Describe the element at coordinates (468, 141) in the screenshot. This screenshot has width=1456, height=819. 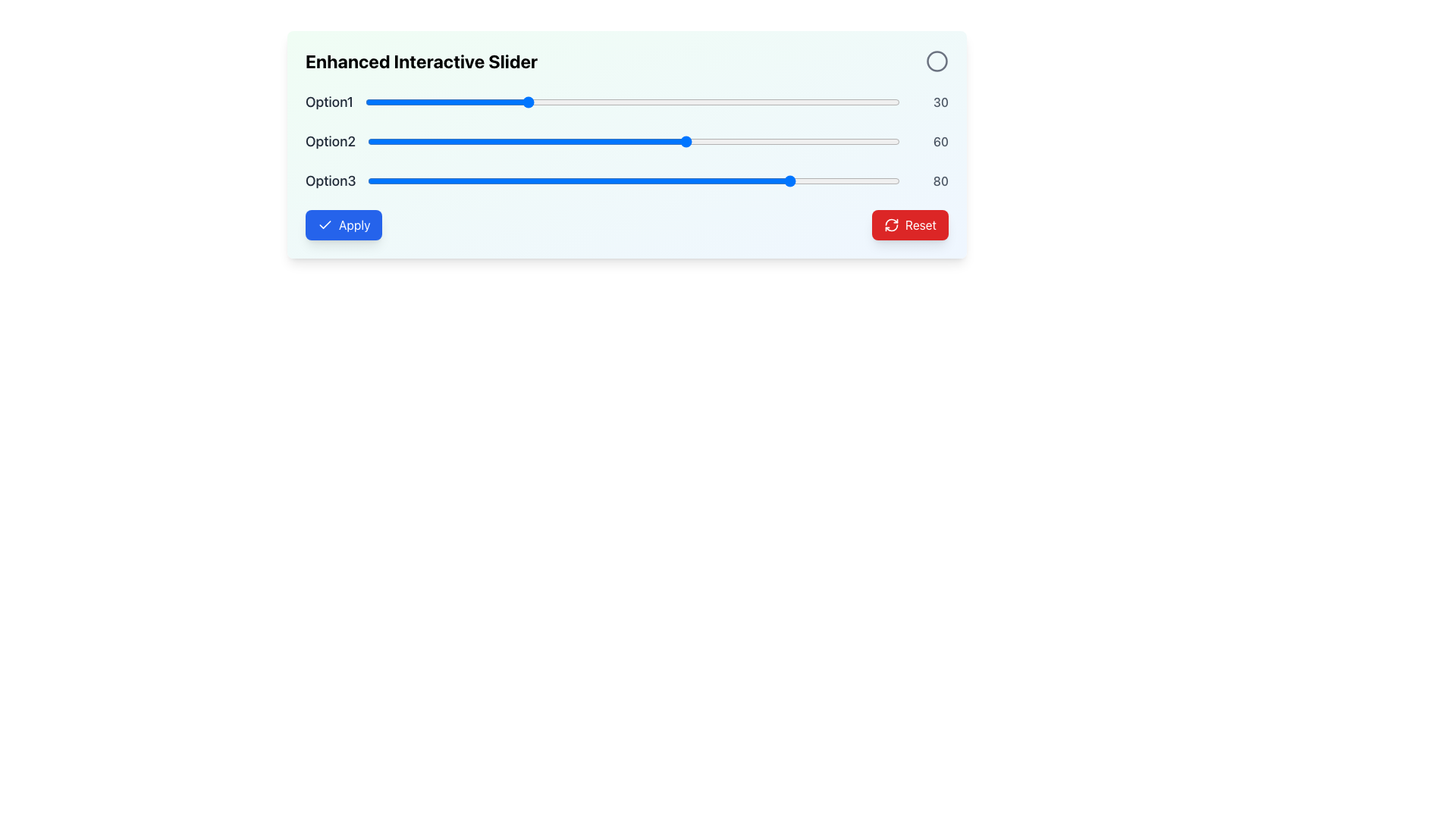
I see `the slider for 'Option2'` at that location.